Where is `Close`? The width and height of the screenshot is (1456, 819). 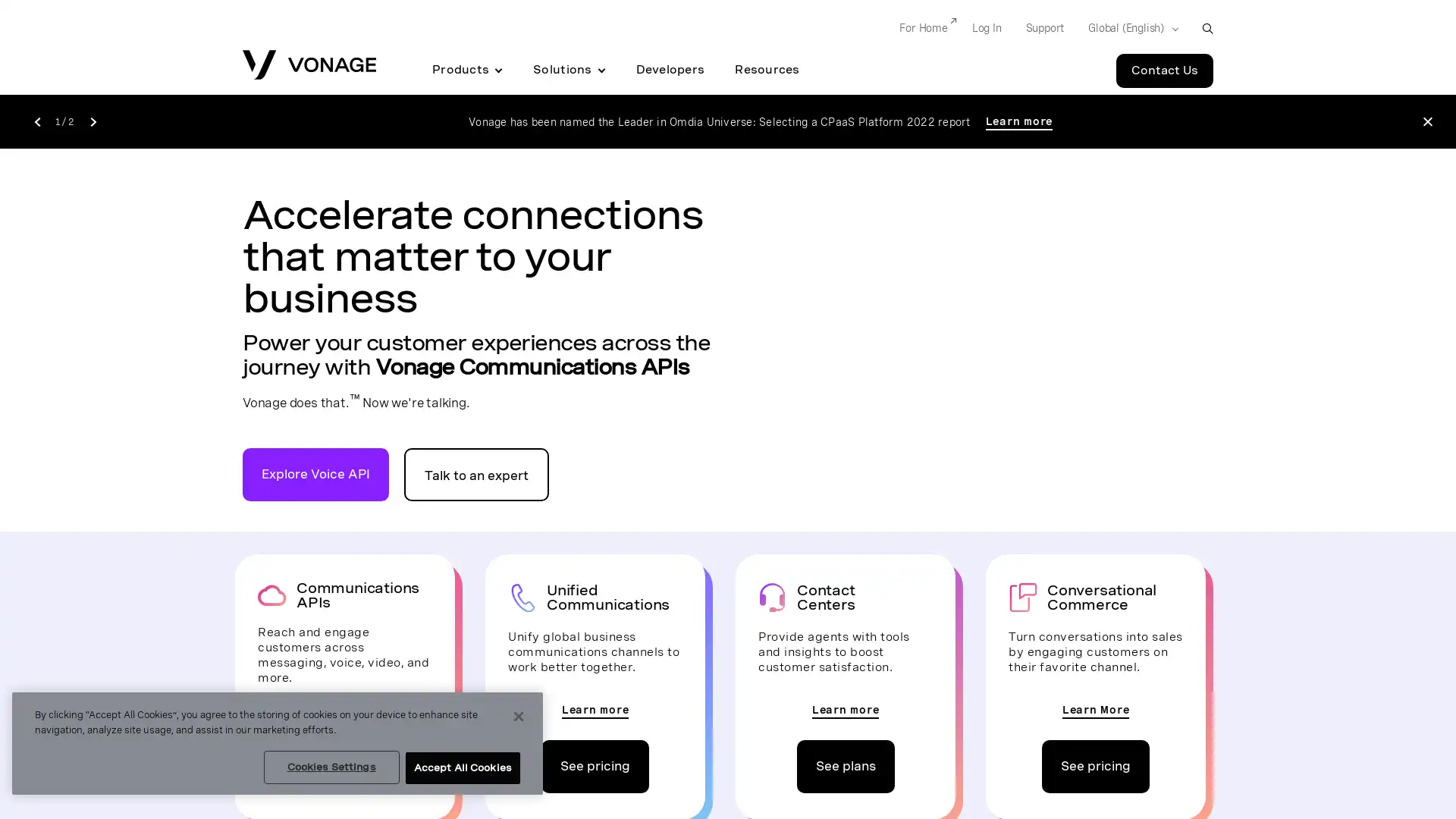 Close is located at coordinates (519, 717).